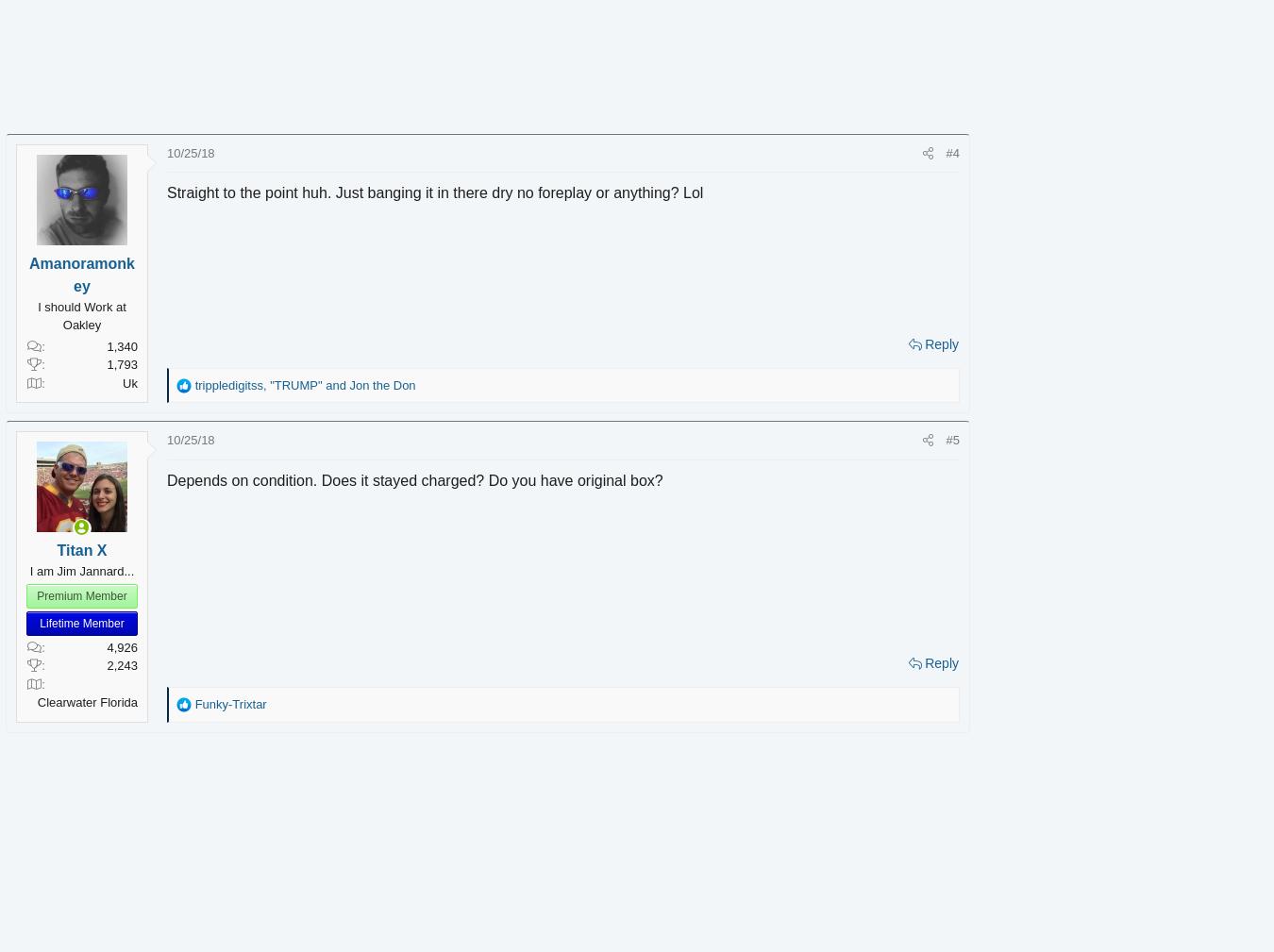 The image size is (1274, 952). What do you see at coordinates (114, 702) in the screenshot?
I see `'Clearwater Florida'` at bounding box center [114, 702].